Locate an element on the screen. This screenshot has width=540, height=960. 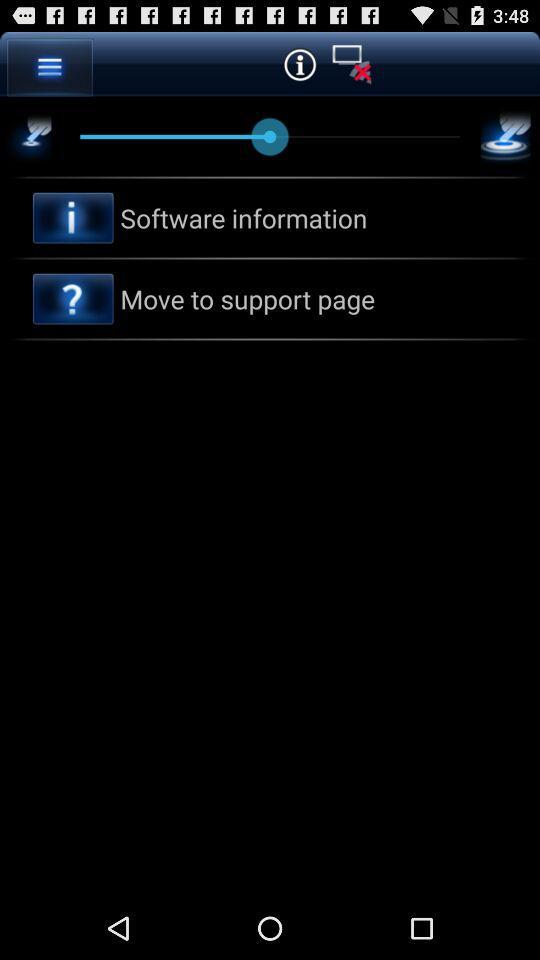
the menu icon is located at coordinates (50, 71).